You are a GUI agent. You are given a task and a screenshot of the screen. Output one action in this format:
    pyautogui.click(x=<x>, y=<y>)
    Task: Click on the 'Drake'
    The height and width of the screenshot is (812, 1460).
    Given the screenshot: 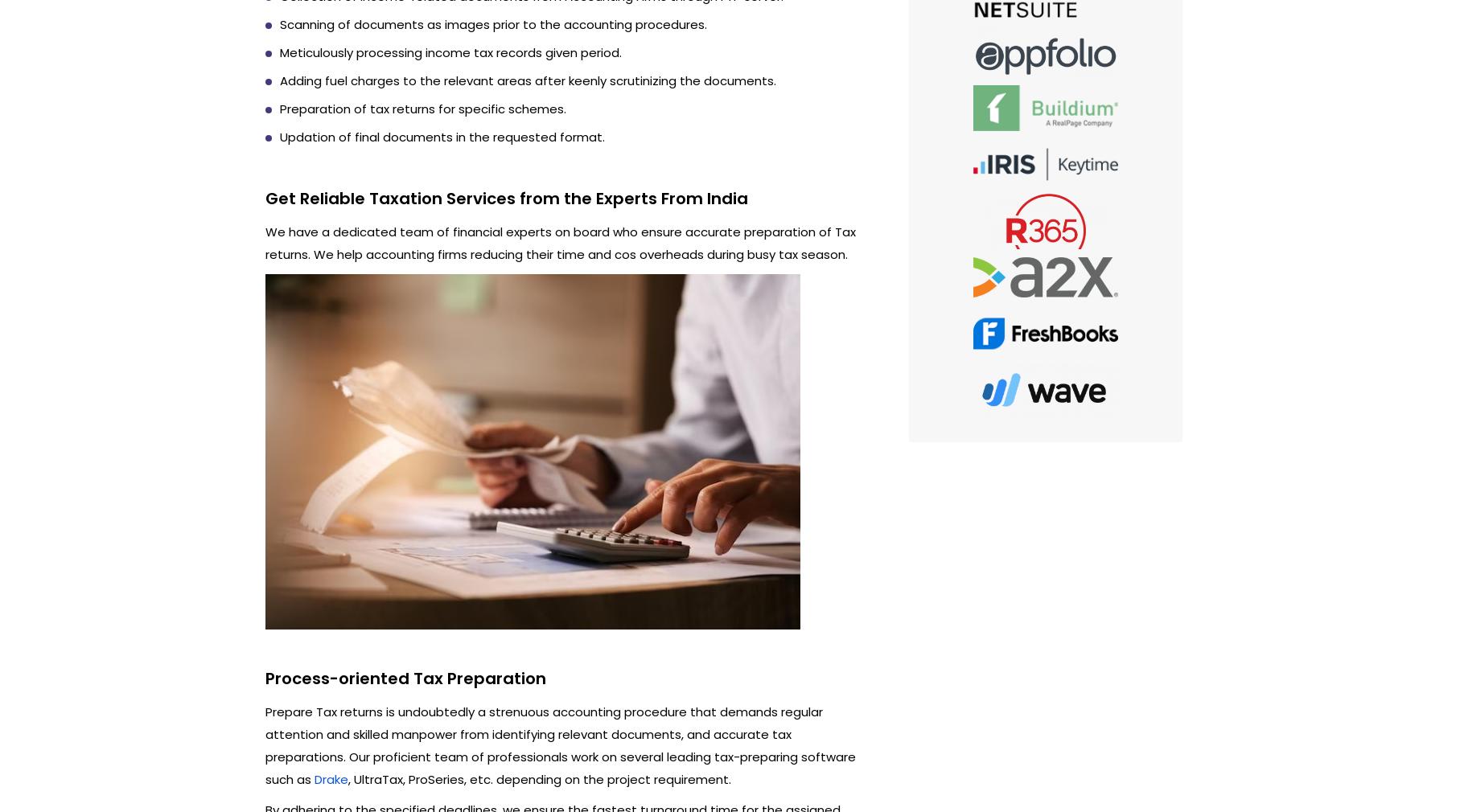 What is the action you would take?
    pyautogui.click(x=331, y=778)
    